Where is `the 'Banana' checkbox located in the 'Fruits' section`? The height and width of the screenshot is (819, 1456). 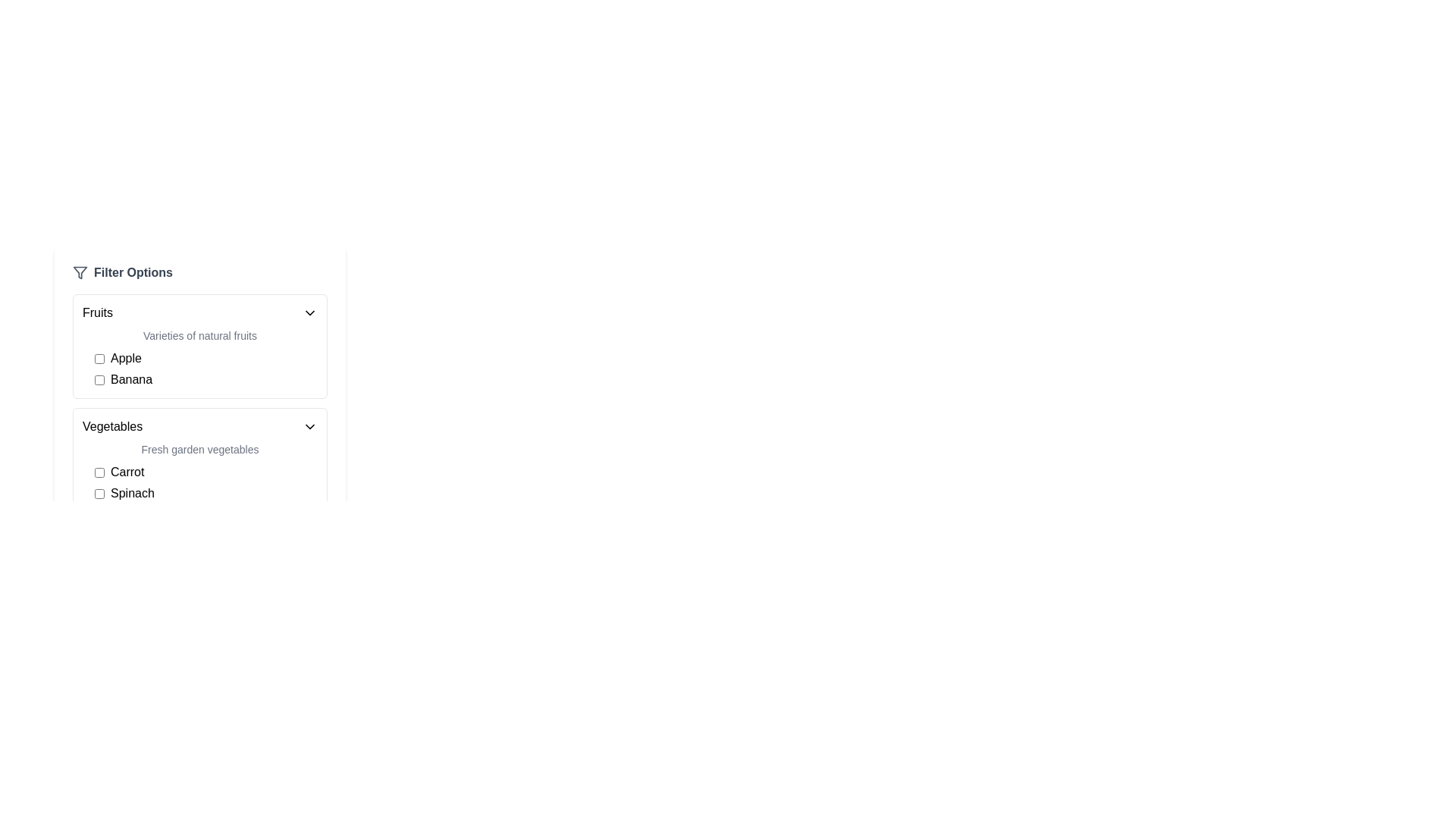
the 'Banana' checkbox located in the 'Fruits' section is located at coordinates (206, 379).